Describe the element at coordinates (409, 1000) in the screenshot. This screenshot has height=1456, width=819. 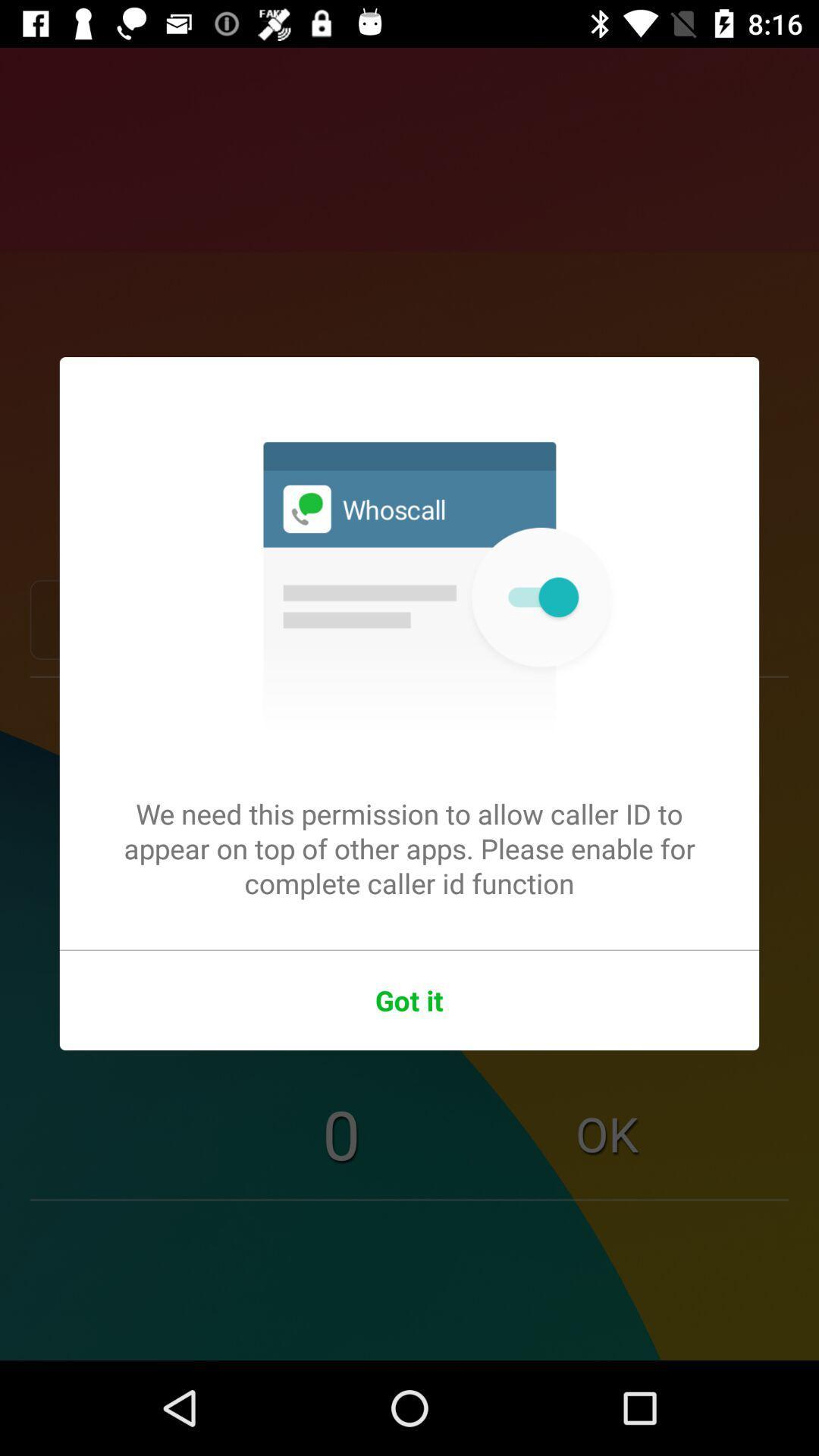
I see `the got it app` at that location.